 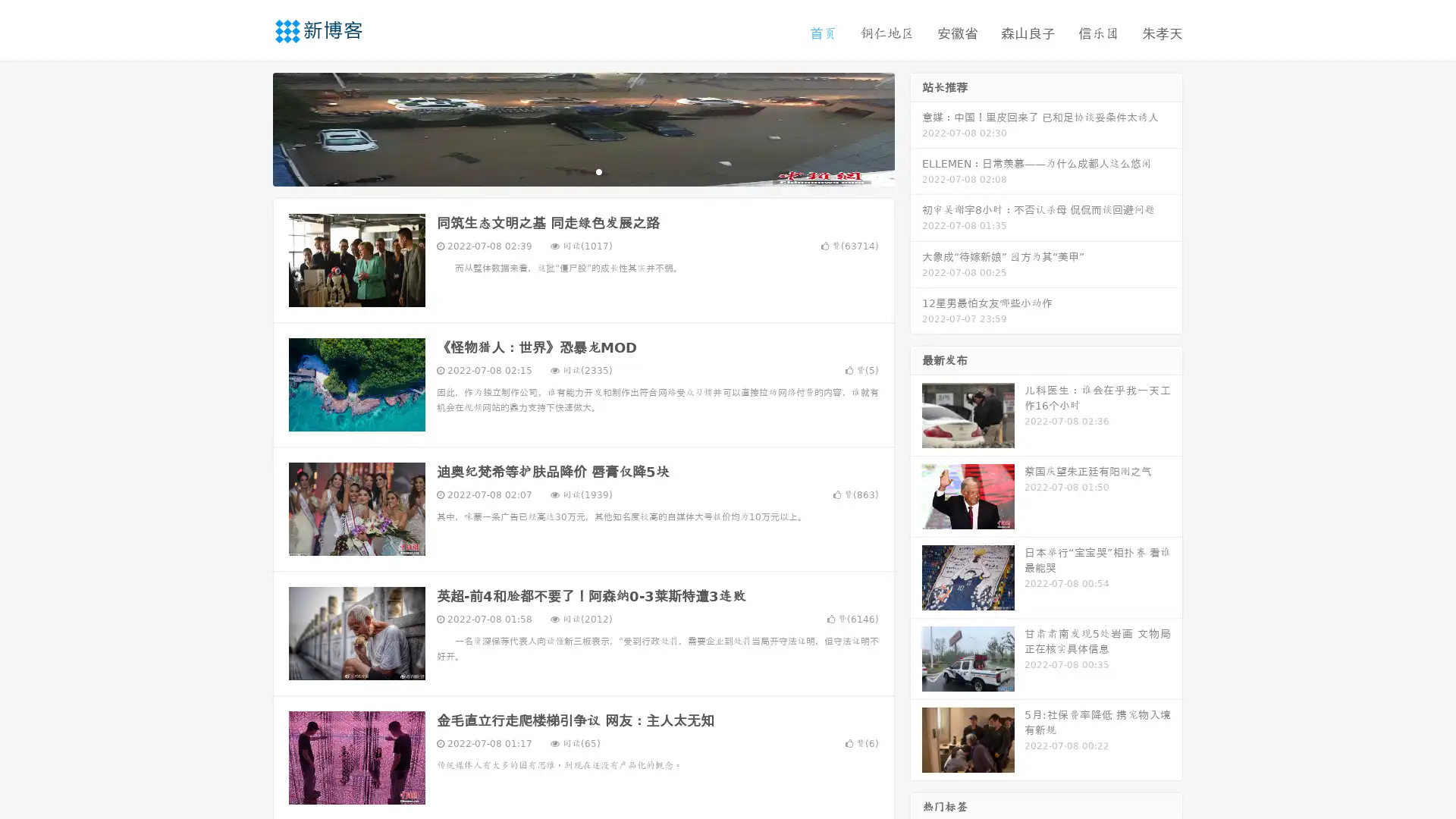 I want to click on Go to slide 2, so click(x=582, y=171).